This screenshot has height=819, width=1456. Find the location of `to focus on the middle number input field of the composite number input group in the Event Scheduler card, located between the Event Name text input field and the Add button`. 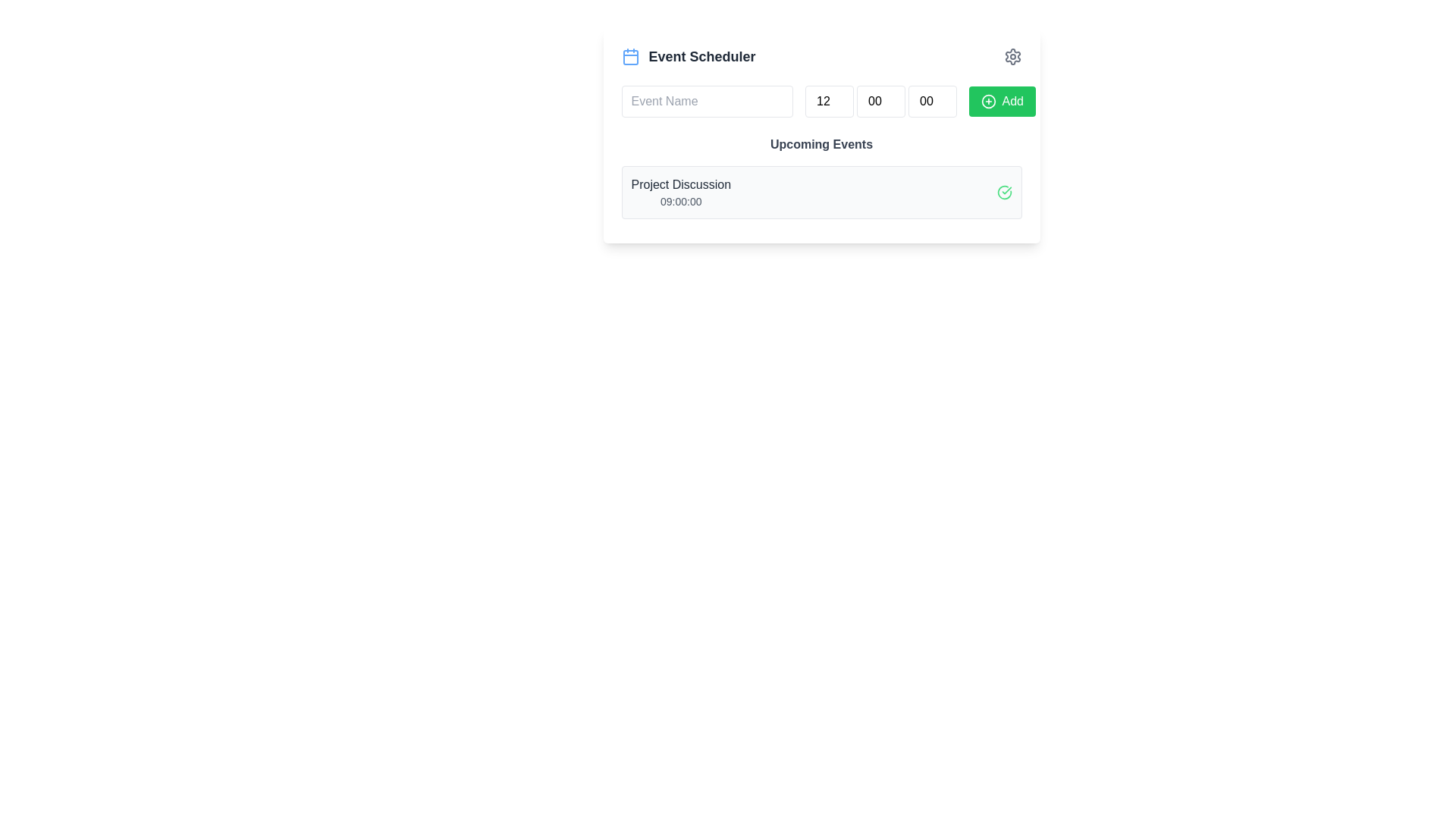

to focus on the middle number input field of the composite number input group in the Event Scheduler card, located between the Event Name text input field and the Add button is located at coordinates (880, 102).